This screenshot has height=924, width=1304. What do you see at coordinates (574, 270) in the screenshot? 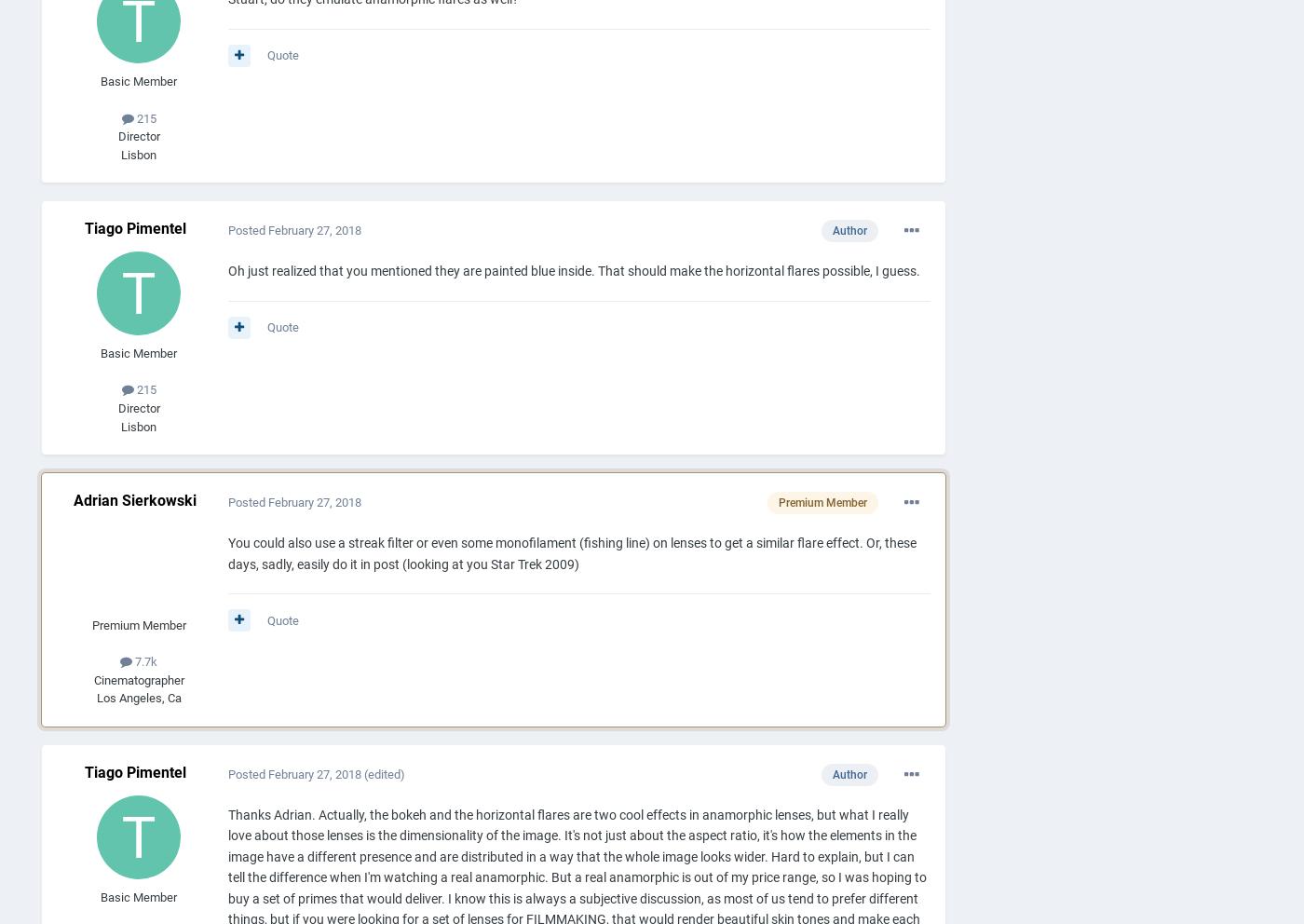
I see `'Oh just realized that you mentioned they are painted blue inside. That should make the horizontal flares possible, I guess.'` at bounding box center [574, 270].